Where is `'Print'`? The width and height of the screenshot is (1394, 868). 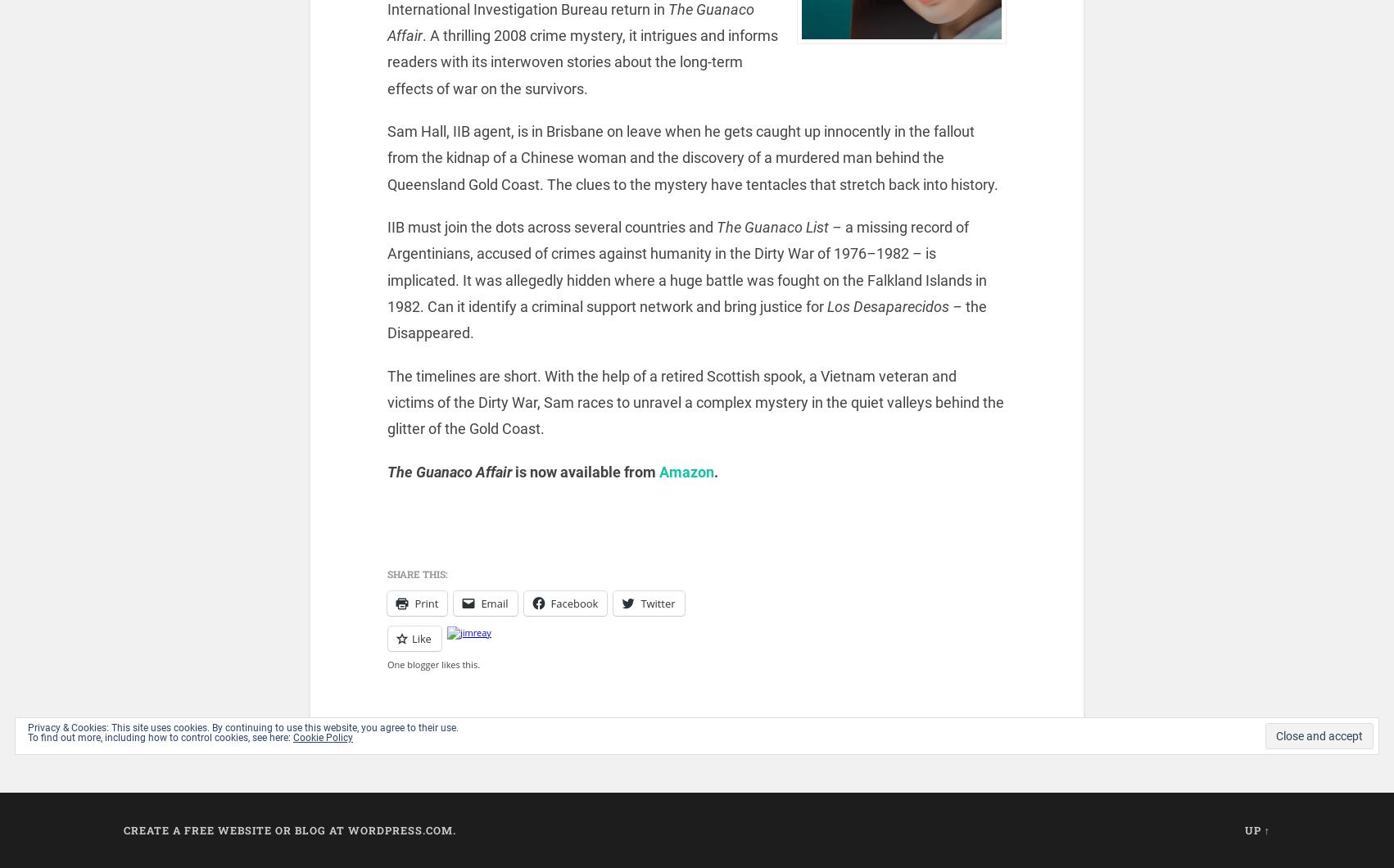
'Print' is located at coordinates (425, 601).